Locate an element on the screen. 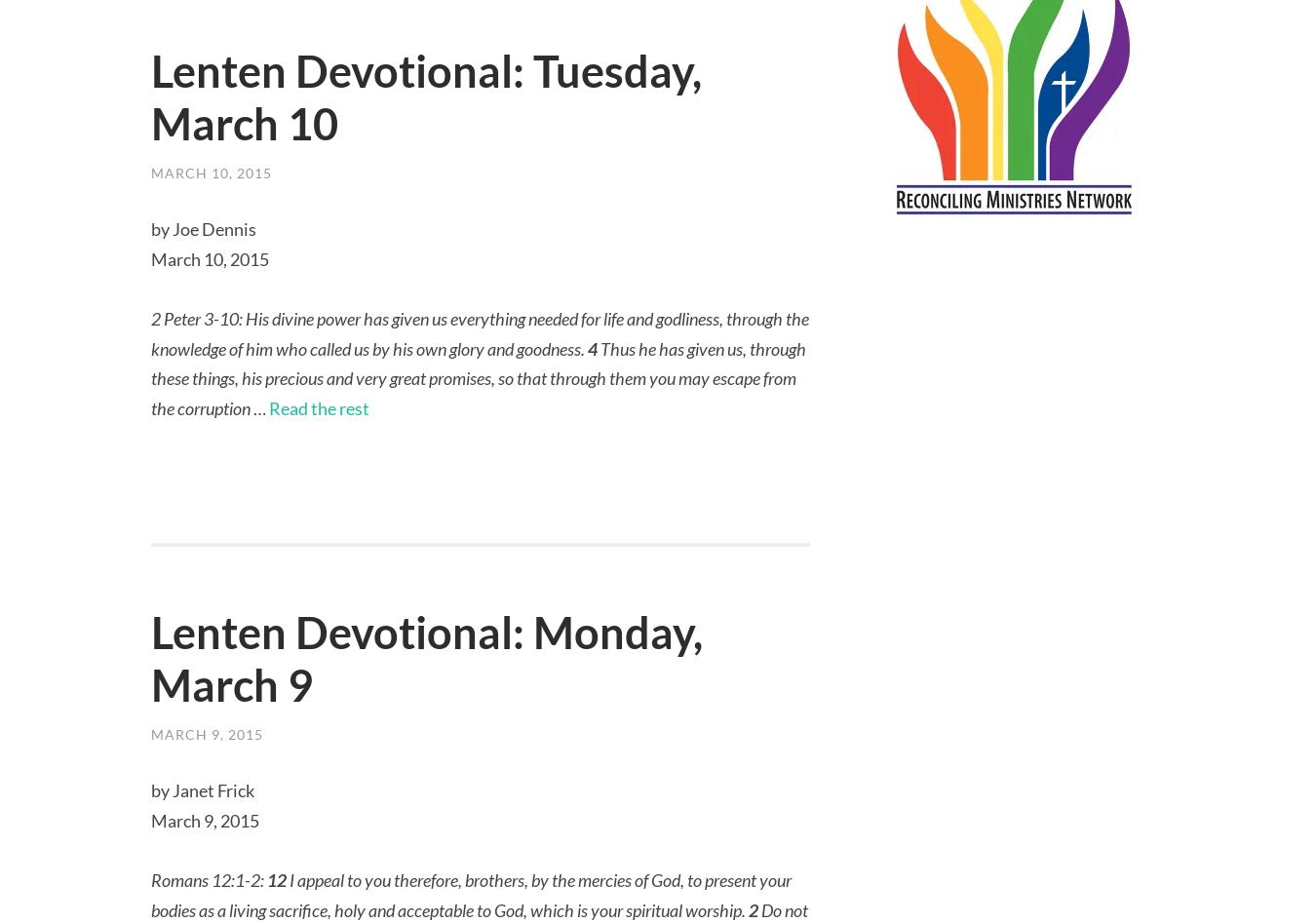 Image resolution: width=1316 pixels, height=923 pixels. 'Lenten Devotional: Monday, March 9' is located at coordinates (426, 657).